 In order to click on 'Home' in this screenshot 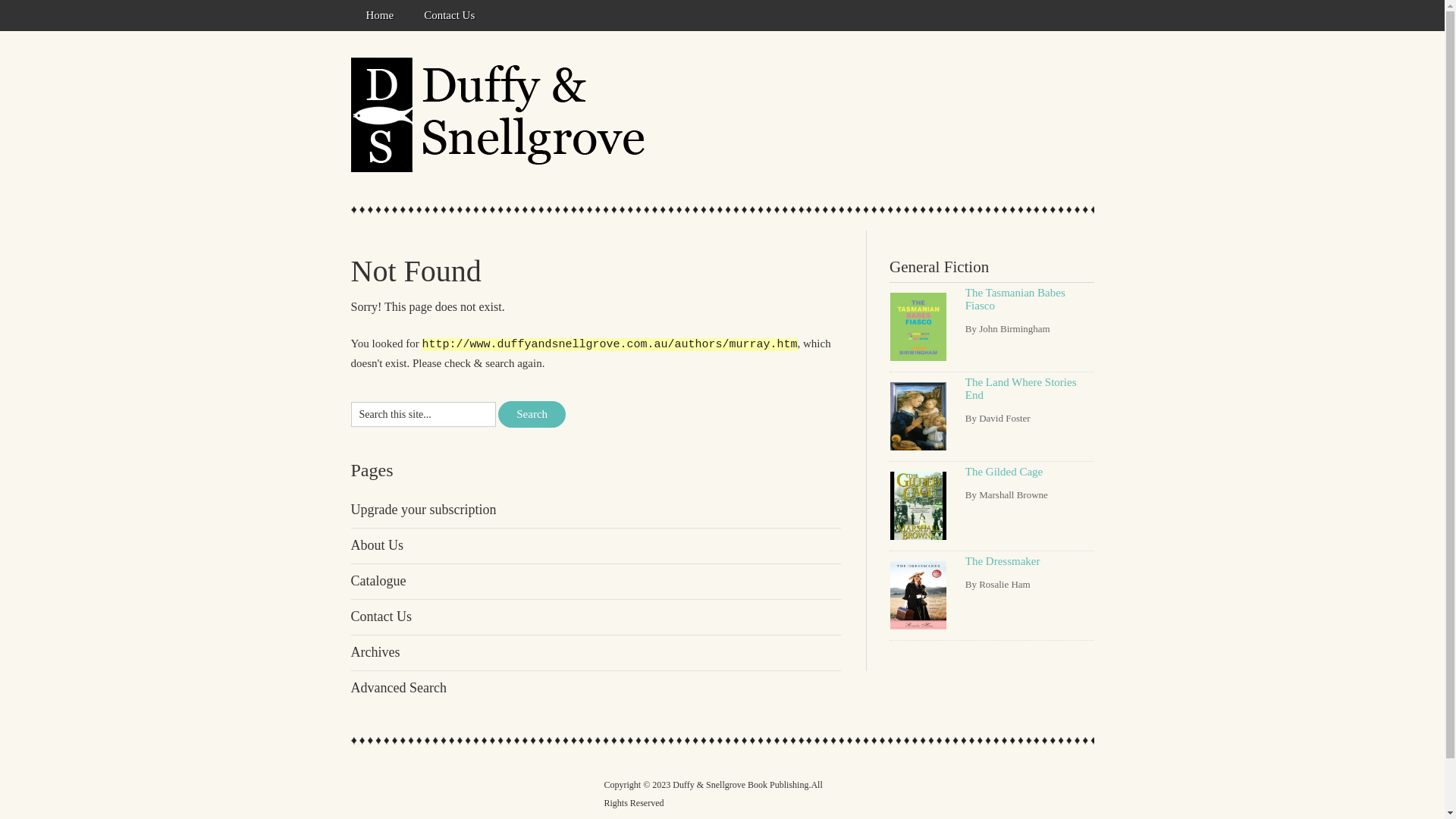, I will do `click(349, 15)`.